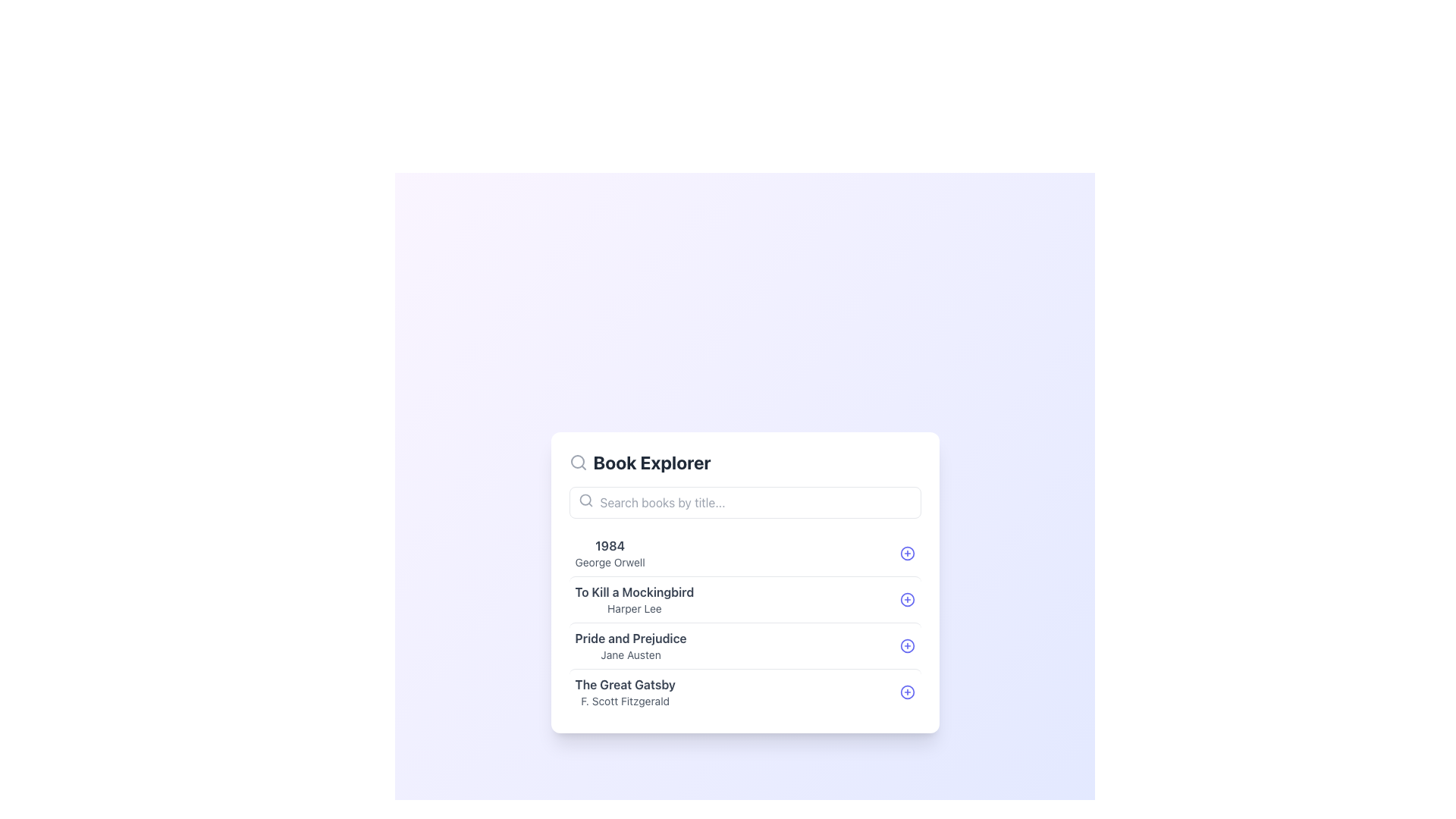  I want to click on the circular indigo button with a plus sign (+) located to the right of 'To Kill a Mockingbird' by 'Harper Lee', so click(907, 598).